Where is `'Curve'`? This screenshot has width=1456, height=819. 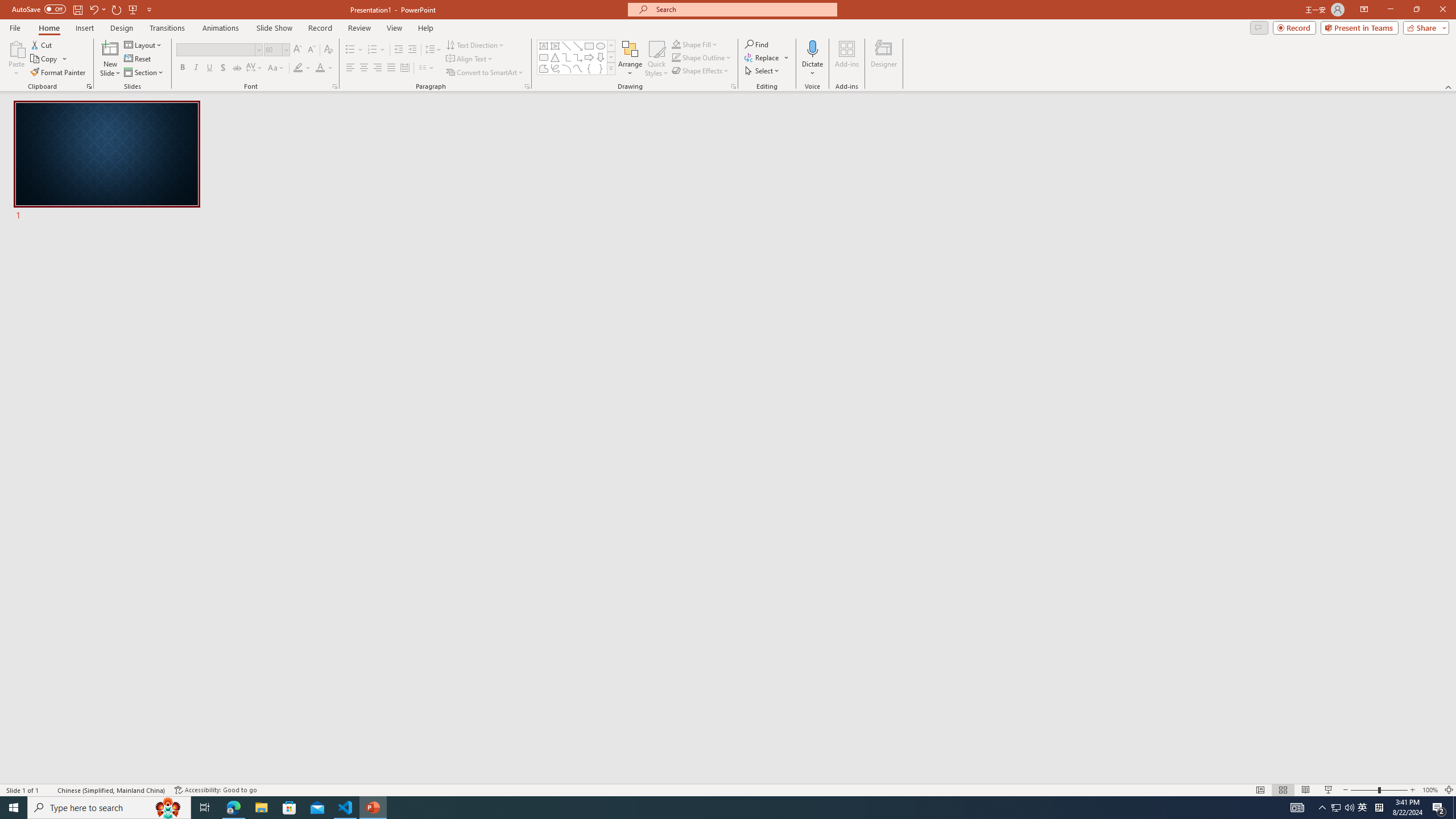
'Curve' is located at coordinates (577, 68).